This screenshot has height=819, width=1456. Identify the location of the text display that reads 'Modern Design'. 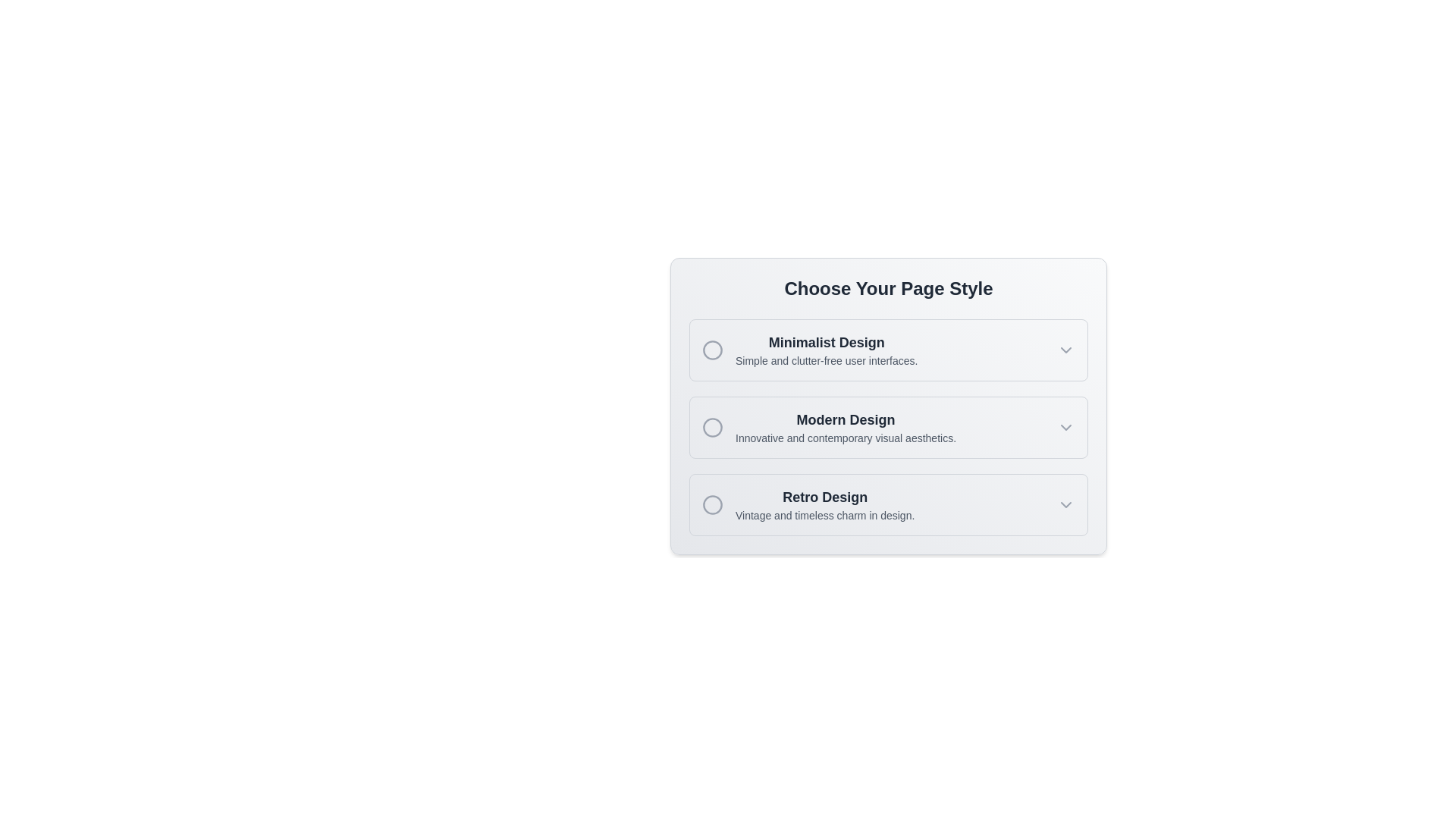
(845, 427).